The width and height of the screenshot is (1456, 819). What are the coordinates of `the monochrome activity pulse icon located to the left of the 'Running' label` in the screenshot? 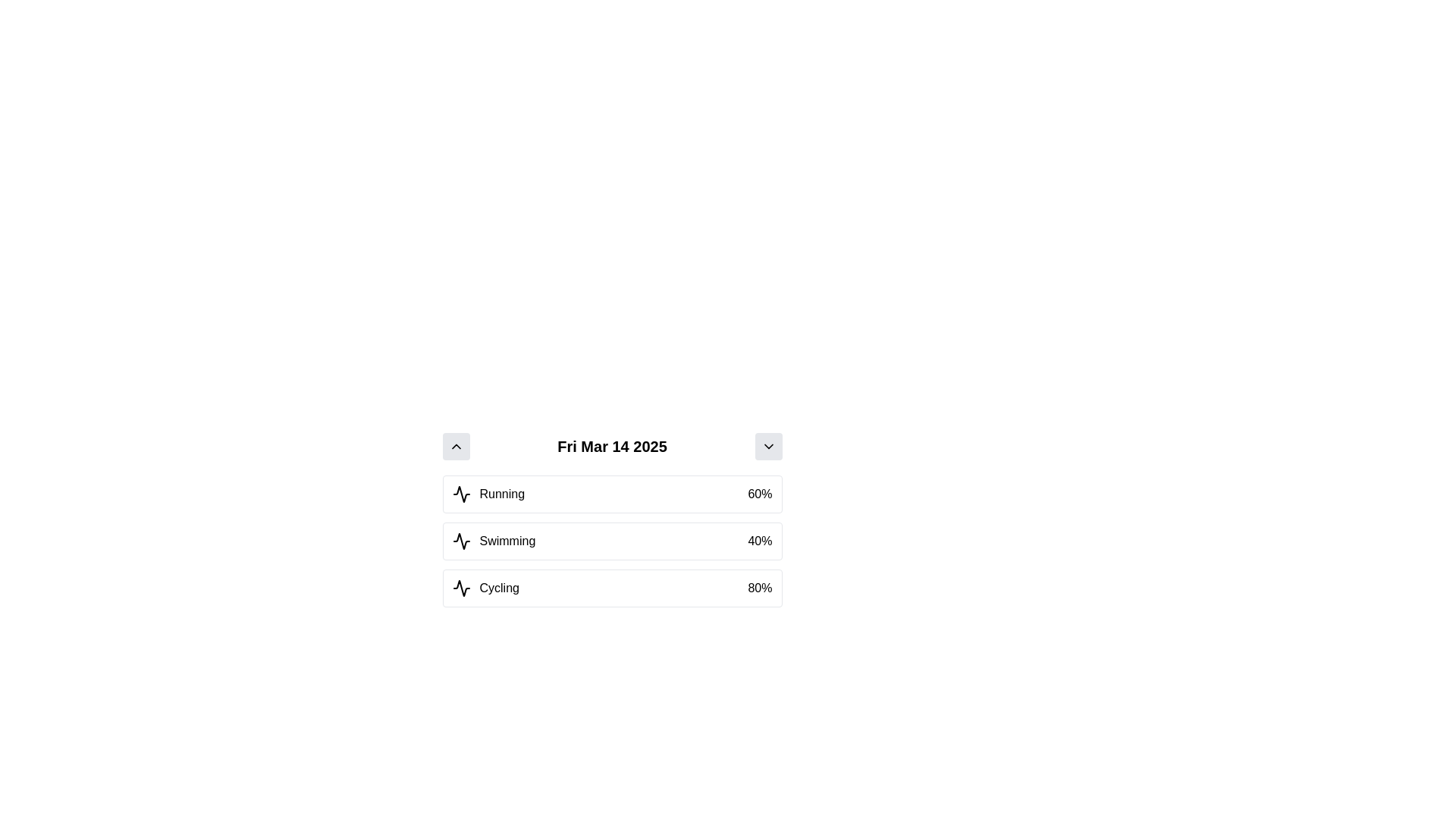 It's located at (460, 494).